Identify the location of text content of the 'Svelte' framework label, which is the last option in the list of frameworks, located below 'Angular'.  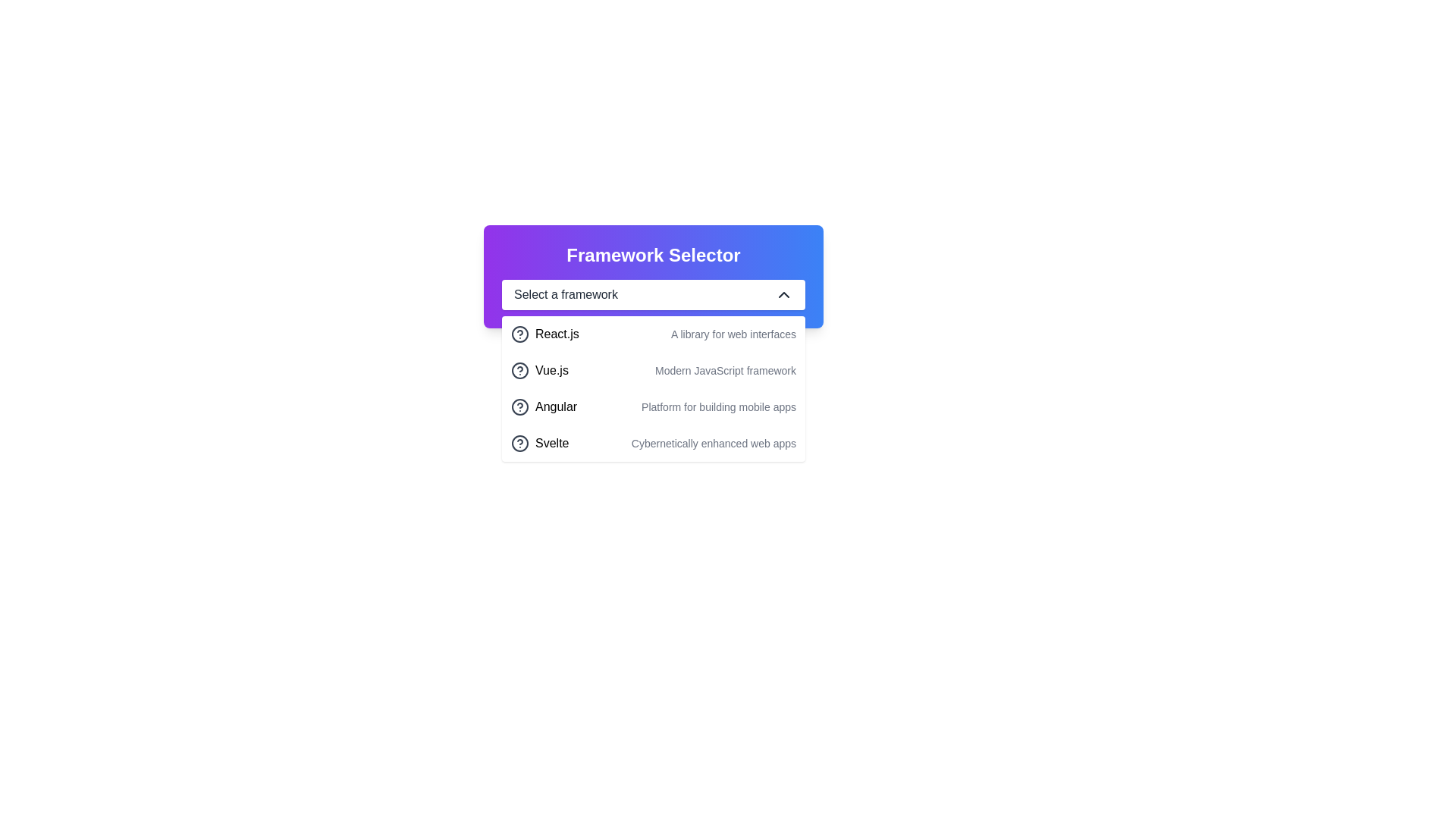
(551, 444).